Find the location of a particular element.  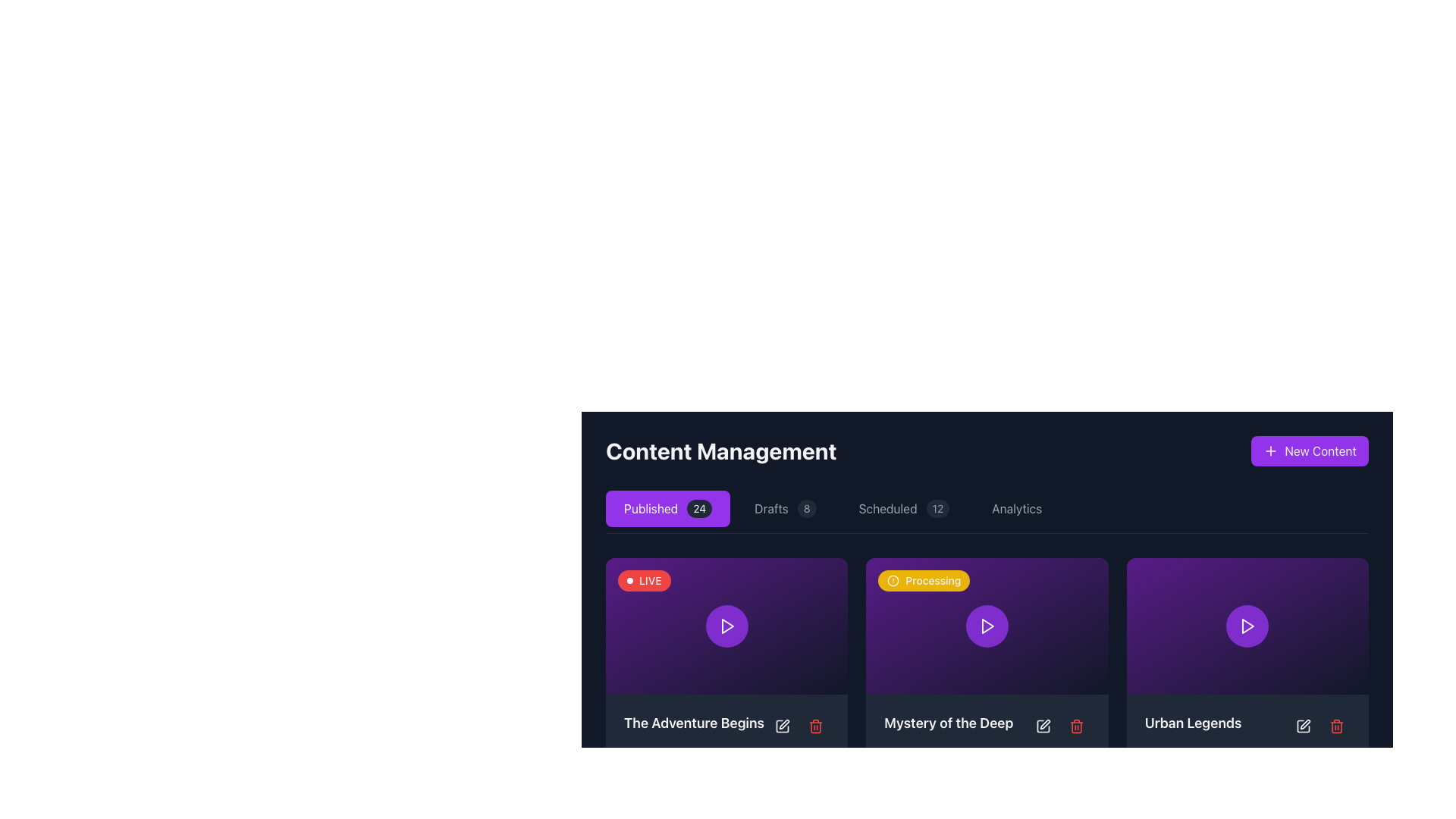

the text label displaying 'Mystery of the Deep', which is the title of the second card in a grid layout, positioned below an interactive button and next to edit and delete icons is located at coordinates (987, 725).